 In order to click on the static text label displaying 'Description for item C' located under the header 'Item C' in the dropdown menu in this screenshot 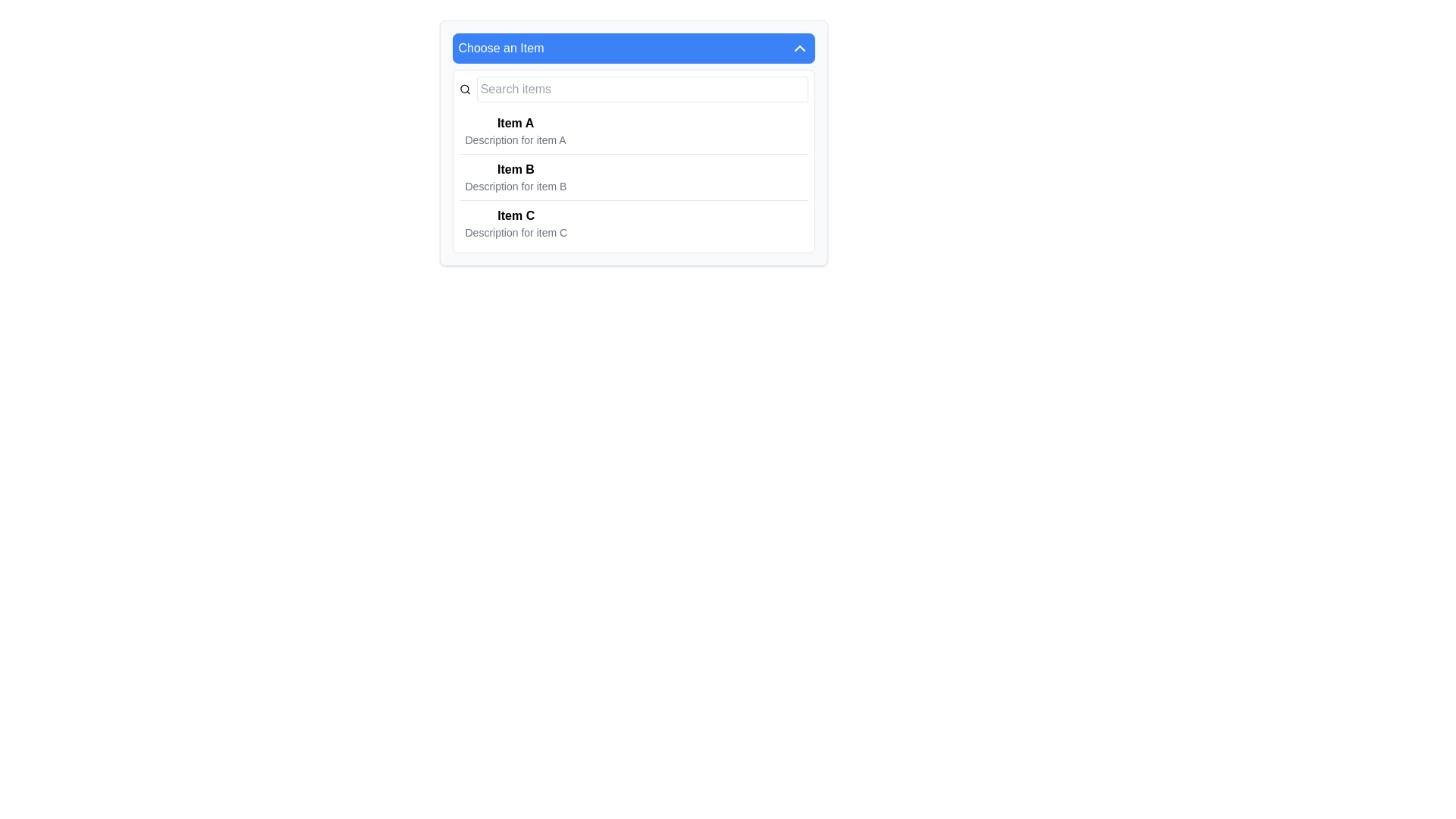, I will do `click(516, 233)`.